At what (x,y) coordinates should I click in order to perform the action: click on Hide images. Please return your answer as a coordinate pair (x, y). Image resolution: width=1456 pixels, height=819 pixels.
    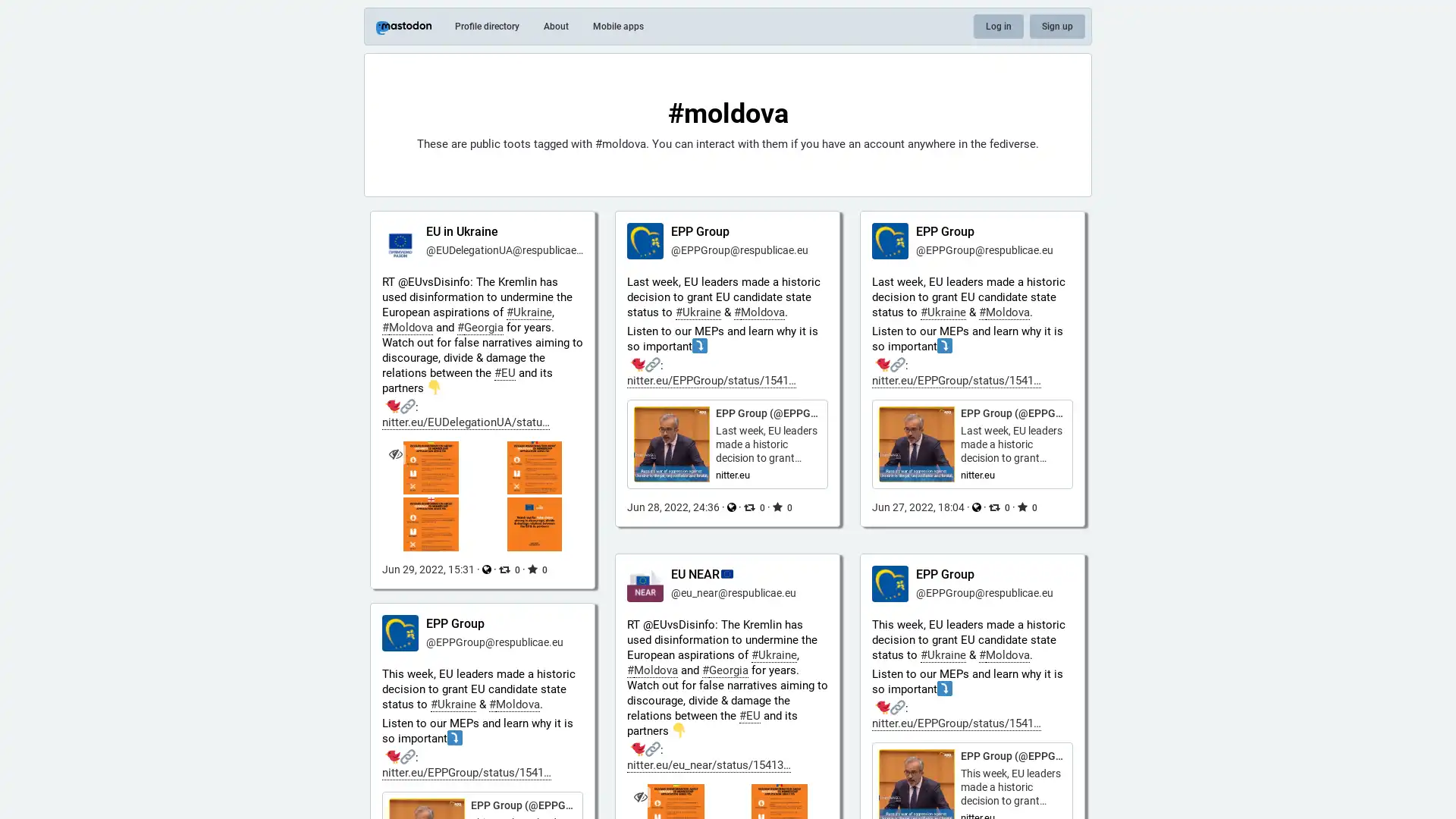
    Looking at the image, I should click on (395, 453).